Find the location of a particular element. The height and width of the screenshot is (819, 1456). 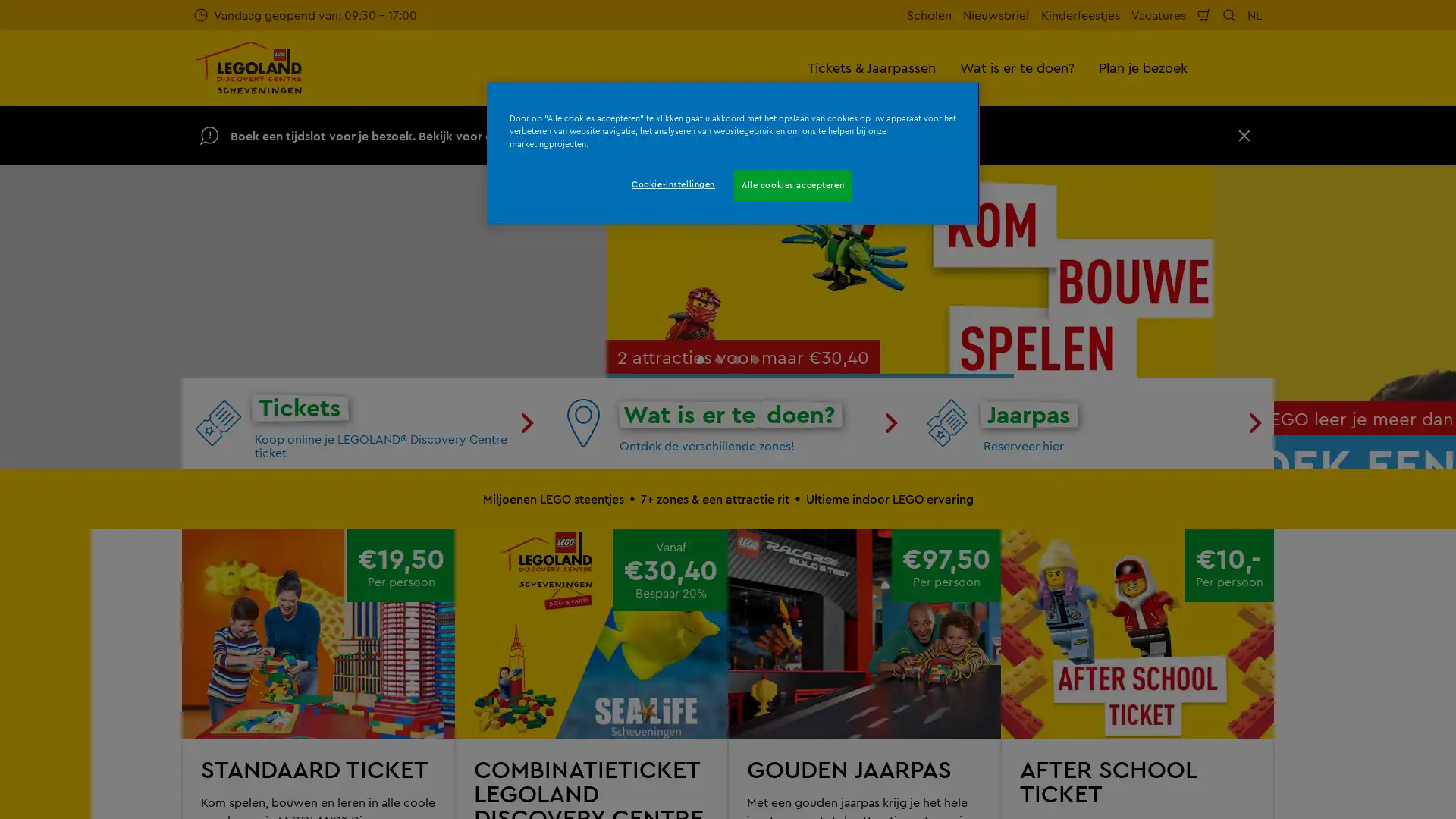

Cookie-instellingen is located at coordinates (672, 184).